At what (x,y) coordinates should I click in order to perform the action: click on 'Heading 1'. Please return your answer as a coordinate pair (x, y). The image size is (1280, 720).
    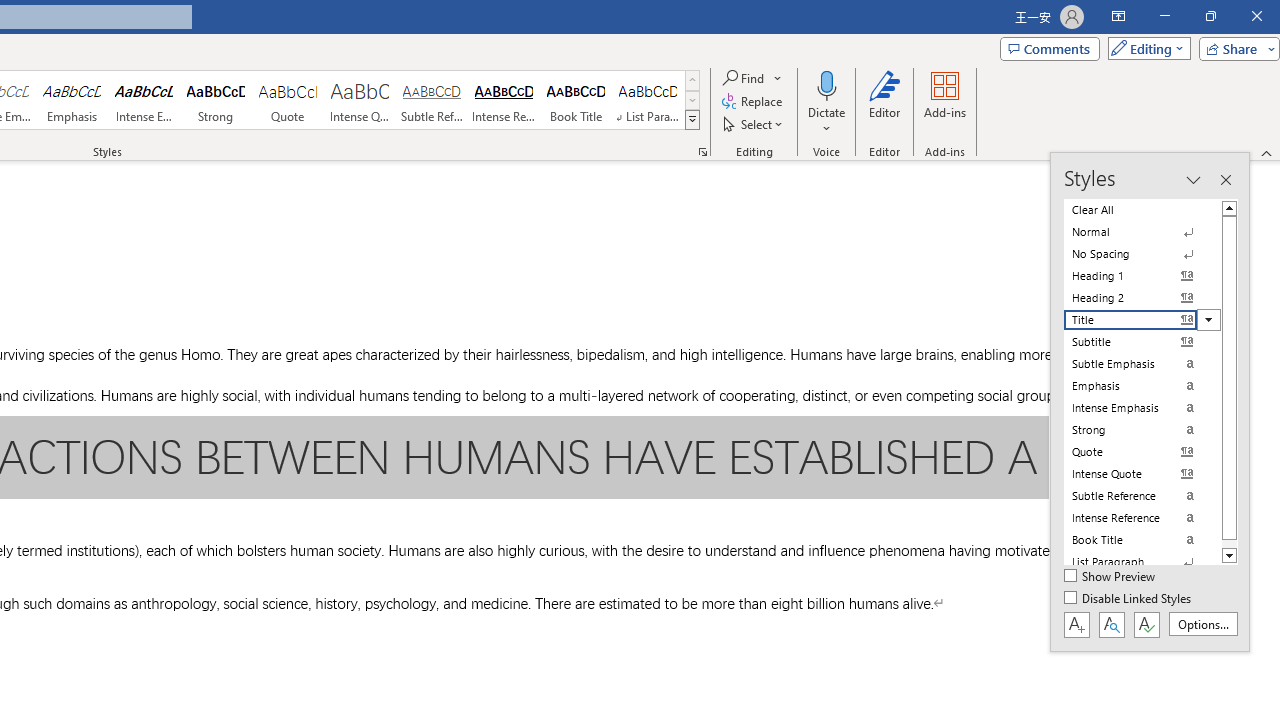
    Looking at the image, I should click on (1142, 276).